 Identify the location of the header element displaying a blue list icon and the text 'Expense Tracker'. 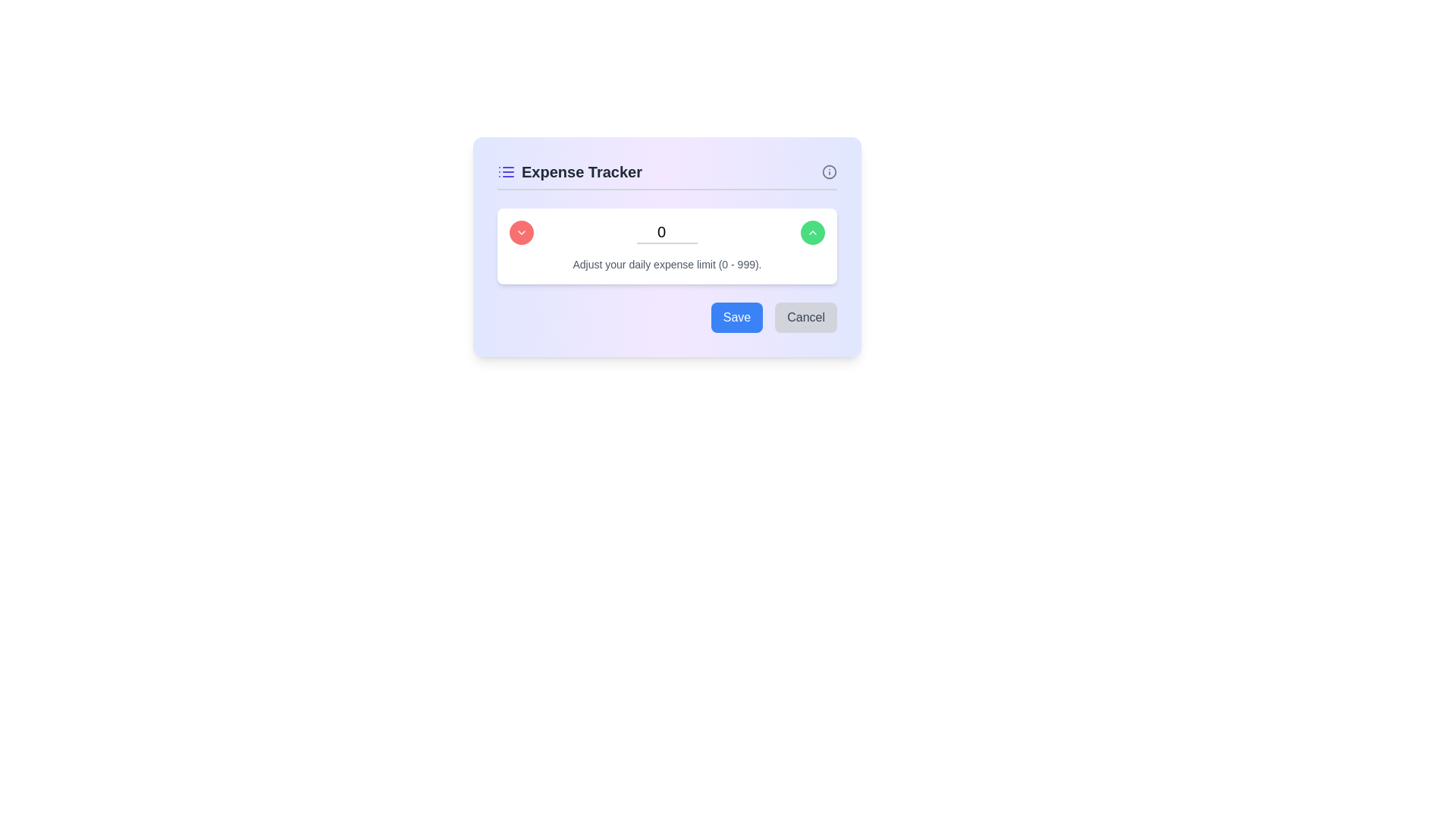
(569, 171).